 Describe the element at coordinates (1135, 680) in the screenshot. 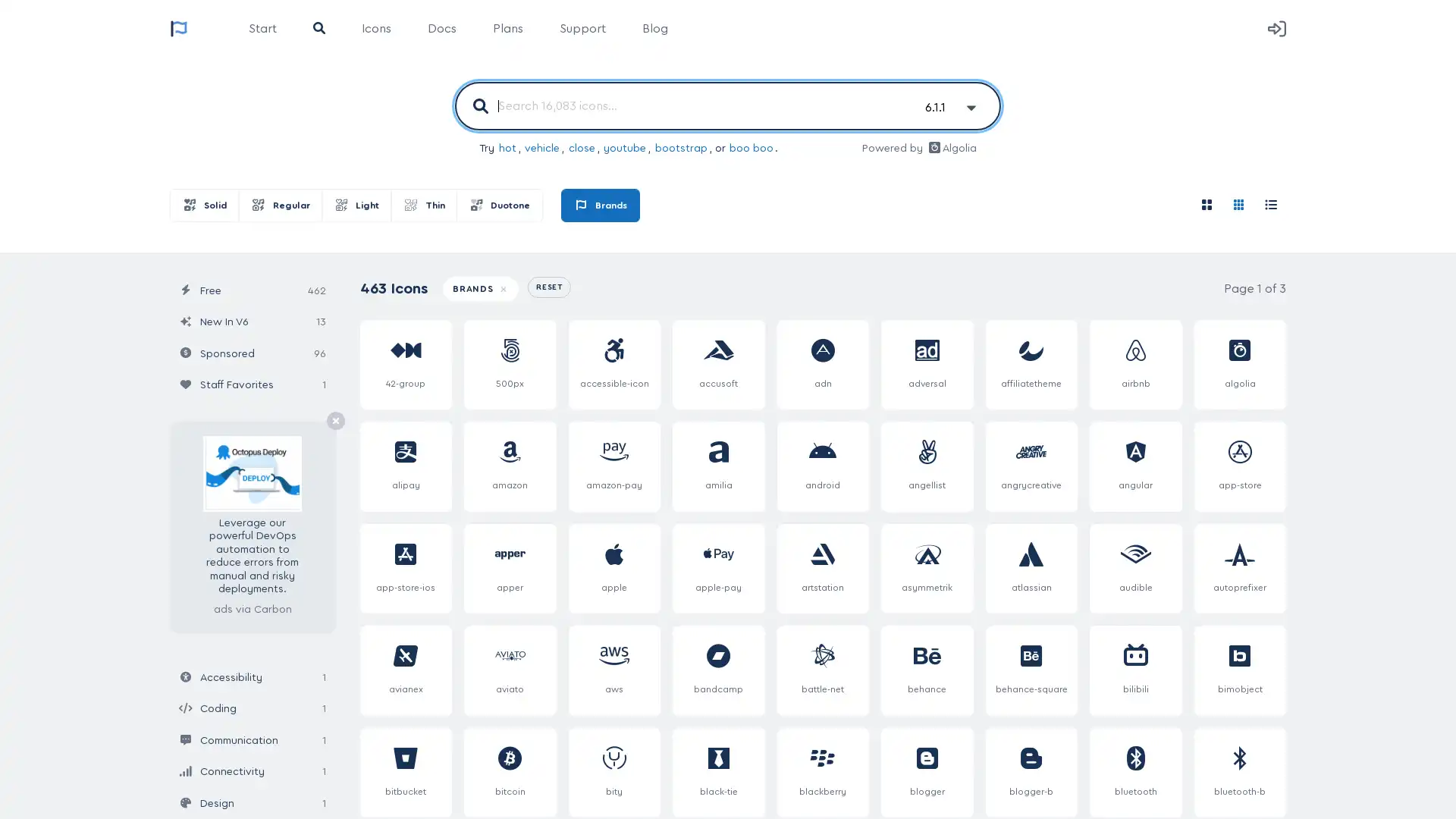

I see `bilibili` at that location.